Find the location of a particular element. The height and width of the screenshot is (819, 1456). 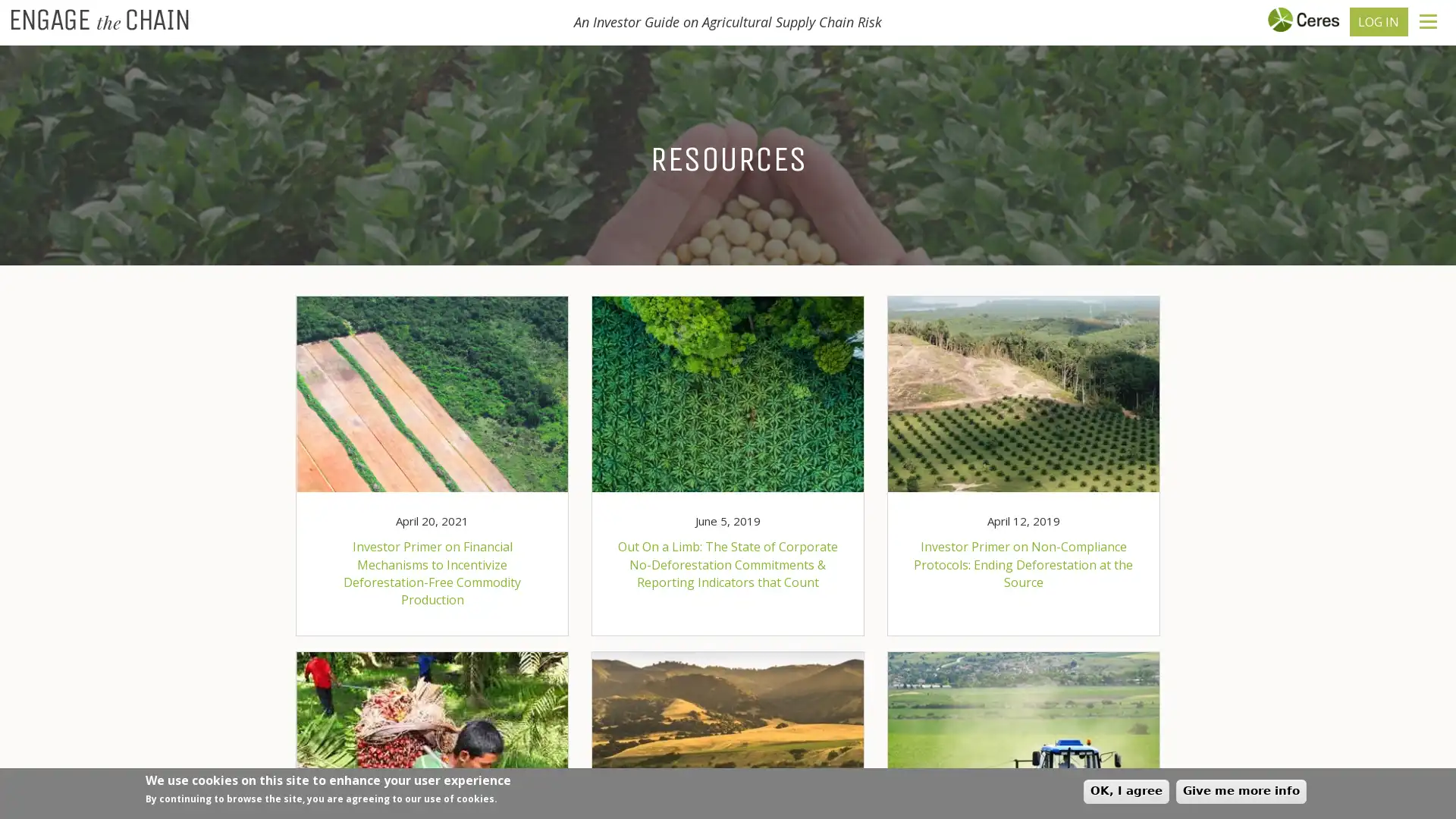

Toggle navigation is located at coordinates (1427, 21).